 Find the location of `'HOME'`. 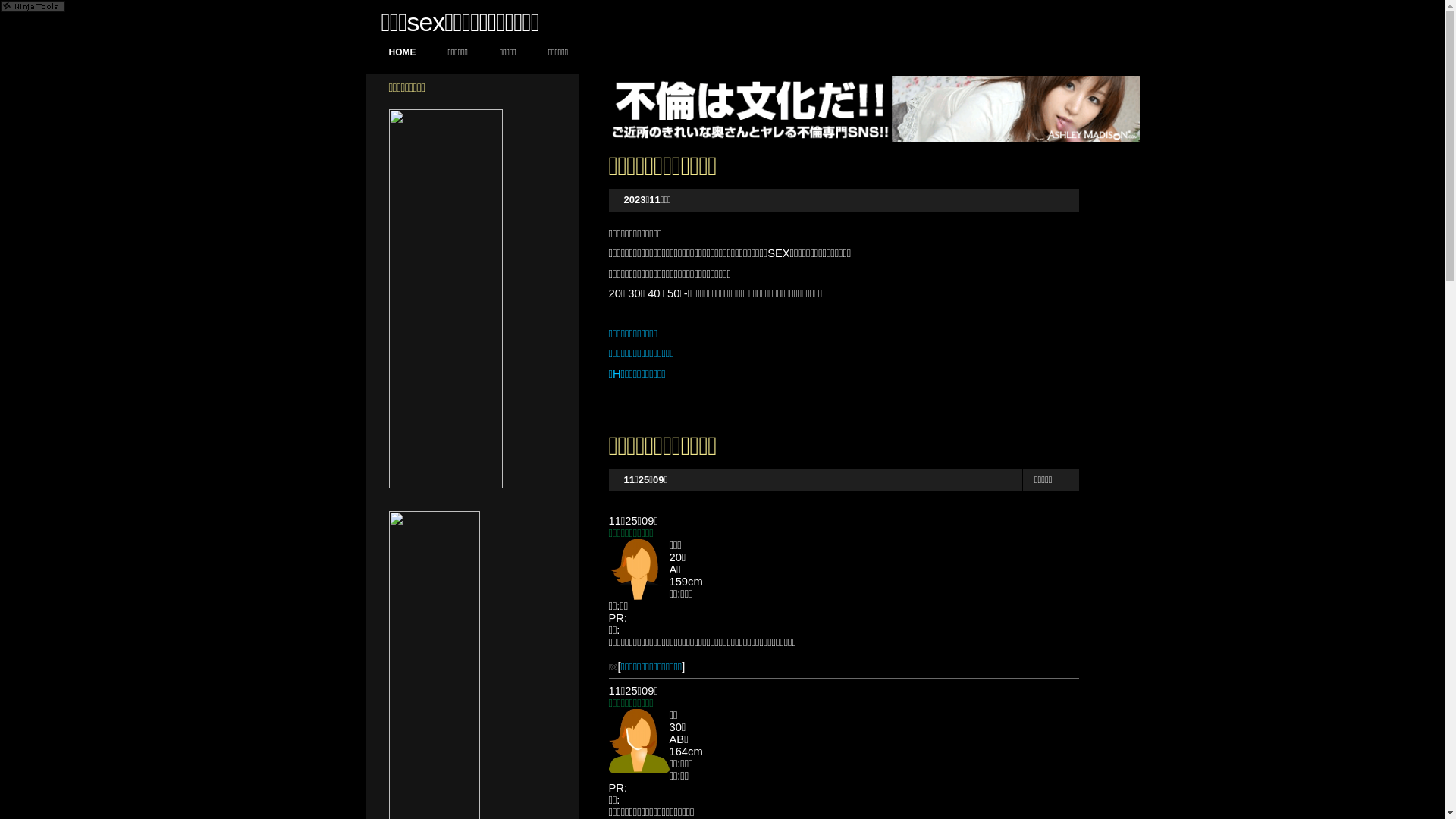

'HOME' is located at coordinates (372, 52).